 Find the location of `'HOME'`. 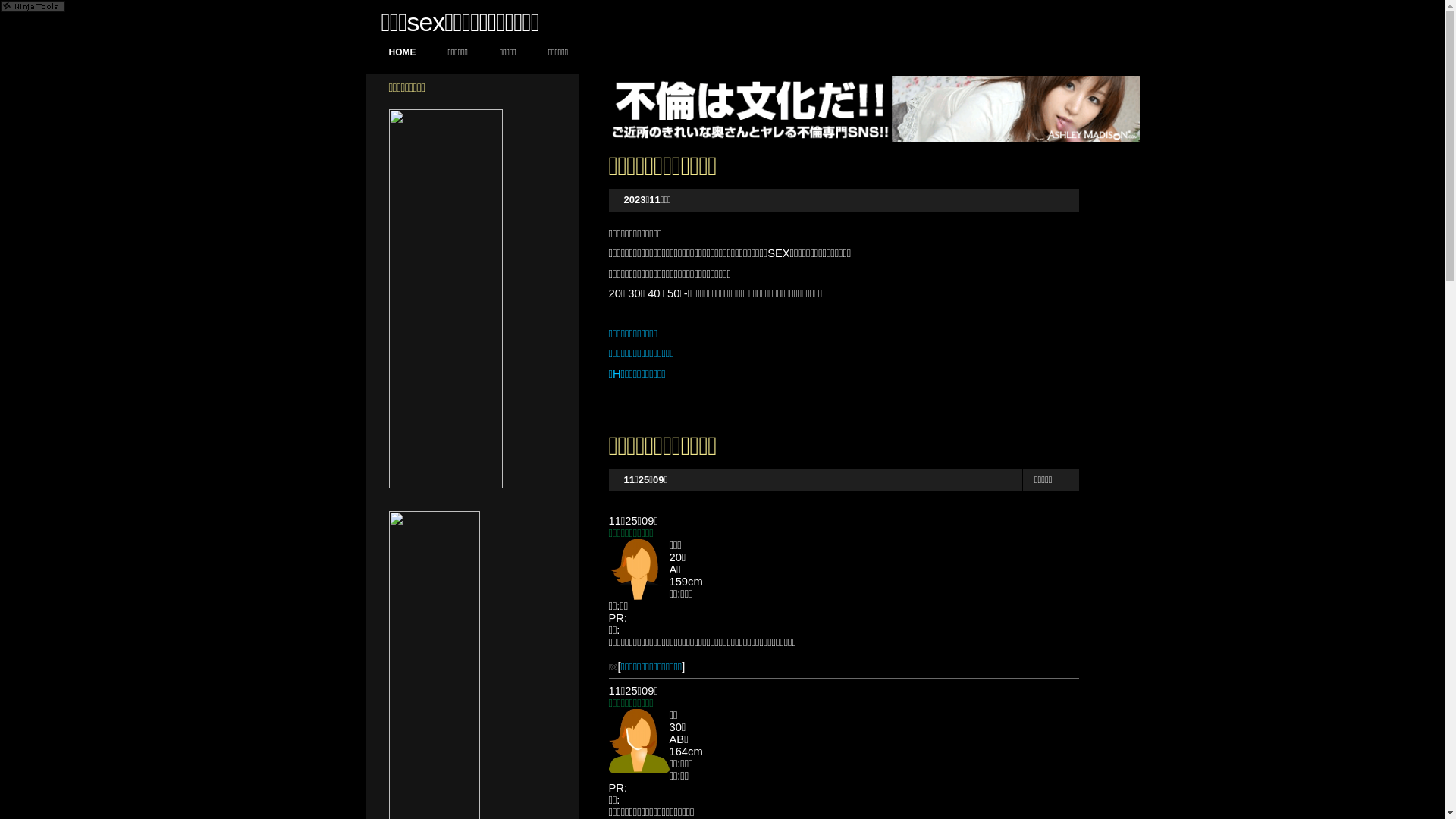

'HOME' is located at coordinates (372, 52).